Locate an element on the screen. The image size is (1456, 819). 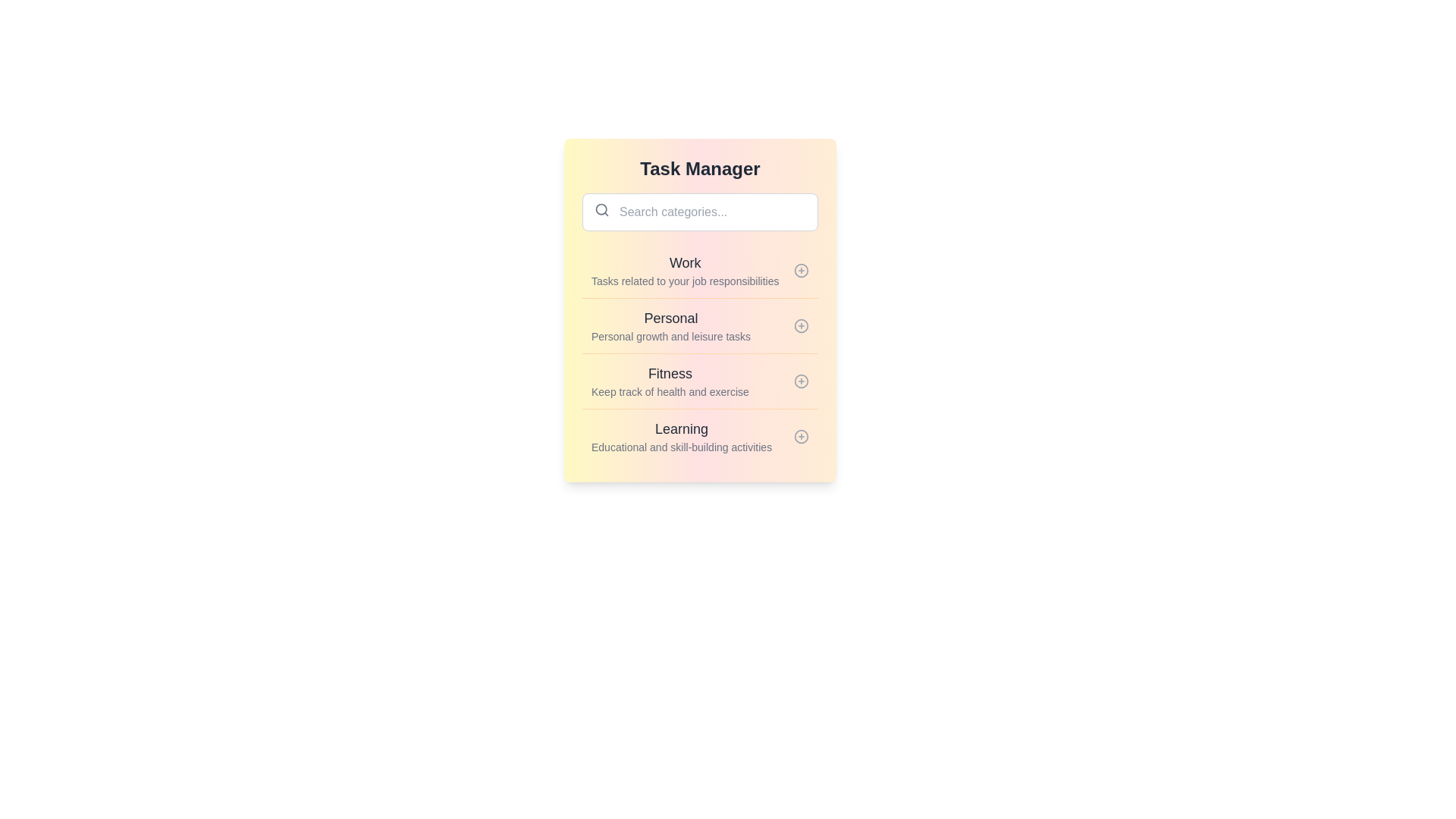
title text of the 'Learning' category, which serves as the heading for this section in the application interface is located at coordinates (681, 429).